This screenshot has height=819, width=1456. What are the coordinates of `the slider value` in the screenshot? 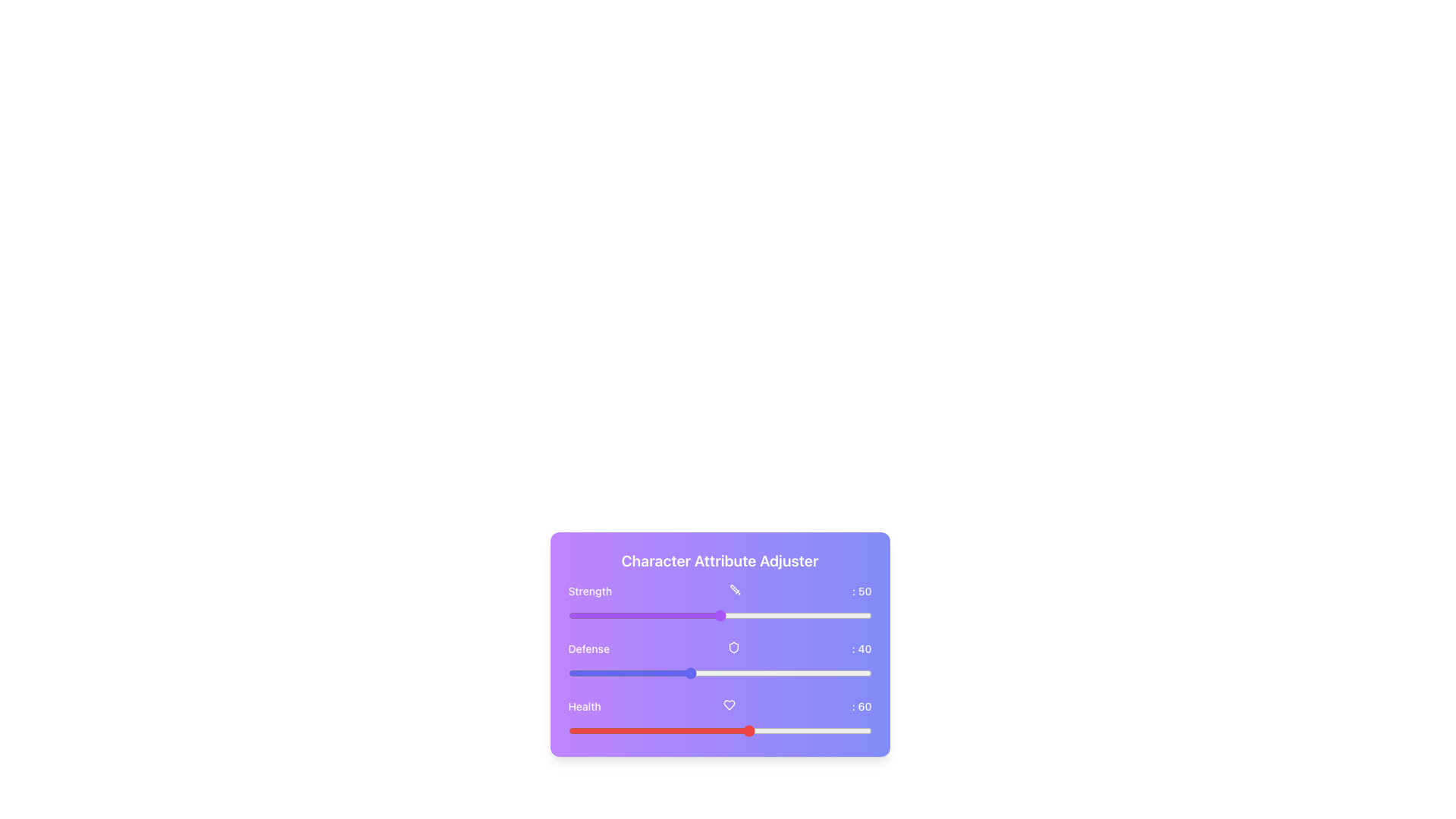 It's located at (819, 672).